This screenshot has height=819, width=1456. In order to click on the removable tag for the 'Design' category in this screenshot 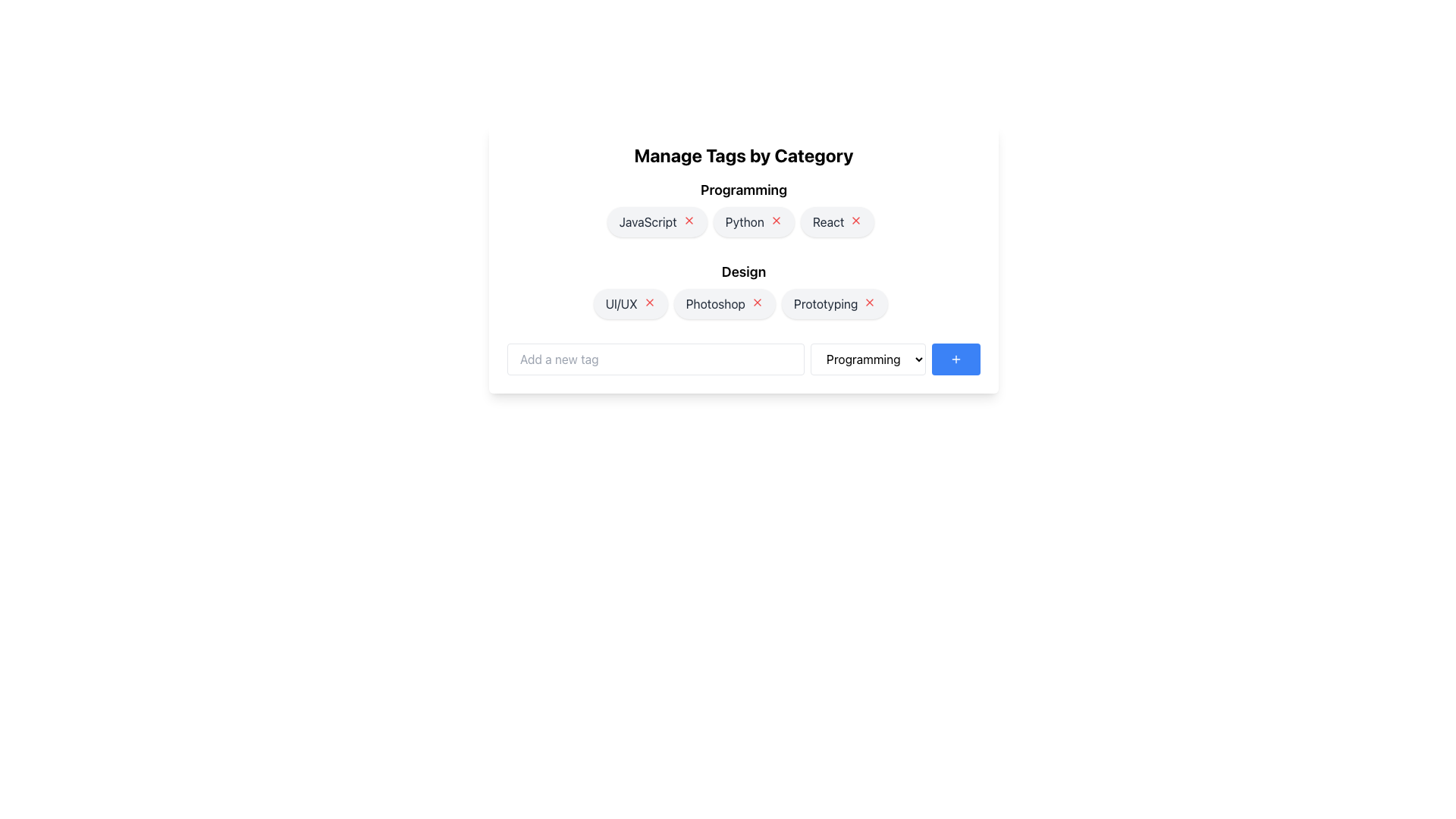, I will do `click(743, 307)`.